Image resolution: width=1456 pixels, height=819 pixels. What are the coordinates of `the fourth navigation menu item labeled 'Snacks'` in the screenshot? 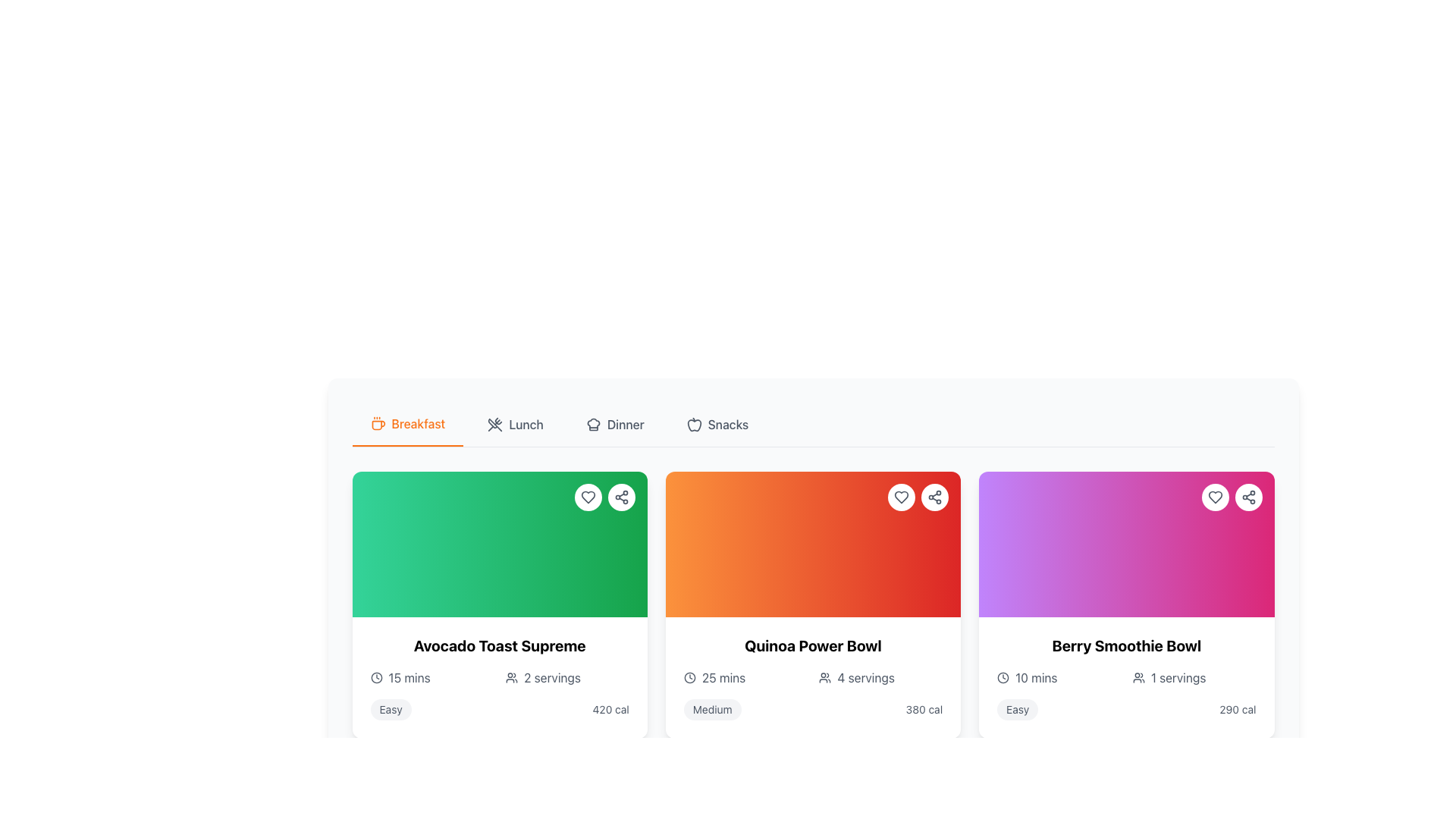 It's located at (717, 424).